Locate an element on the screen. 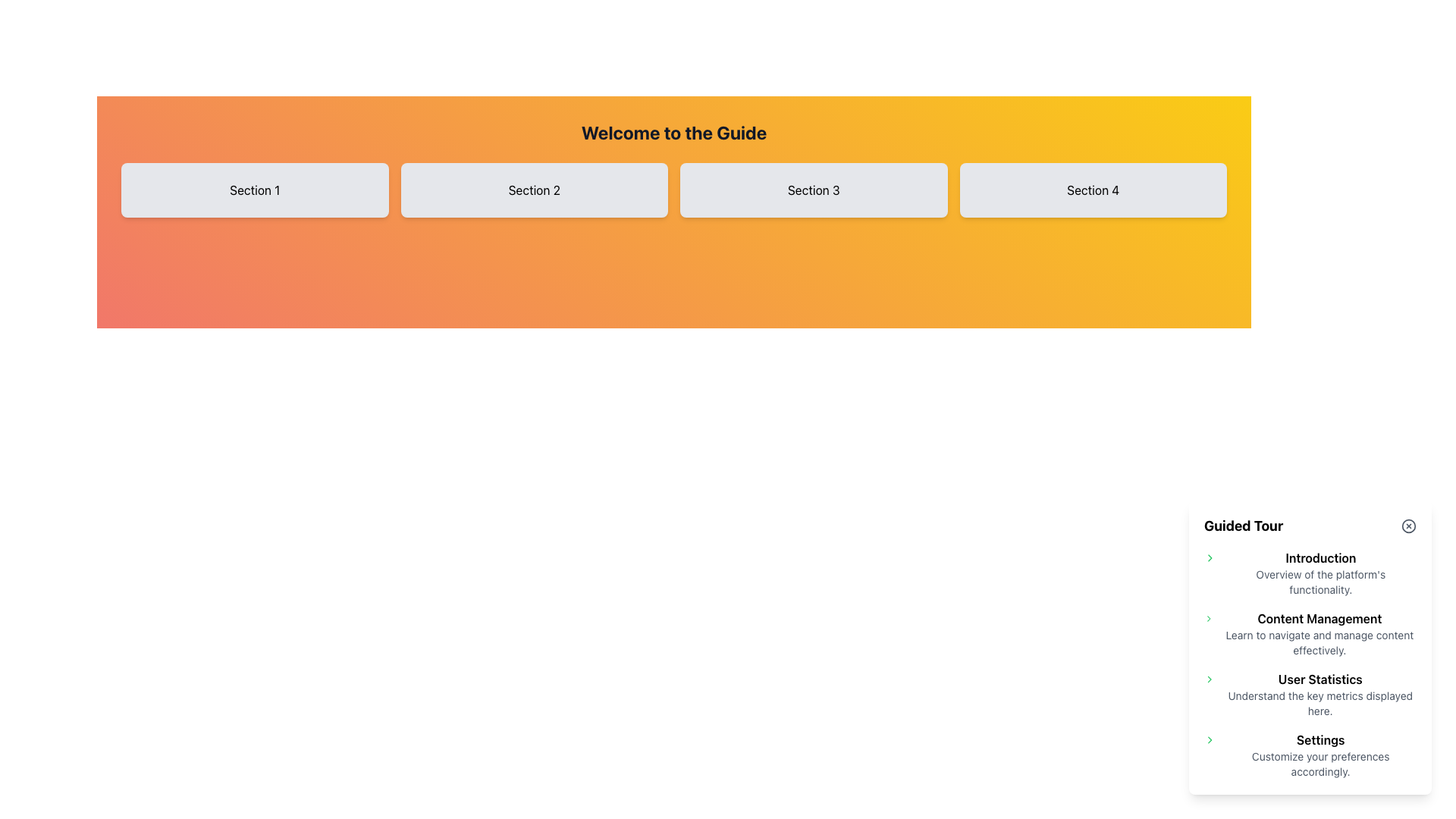 This screenshot has height=819, width=1456. the interactive button located in the fourth position of the group under the title 'Welcome to the Guide' is located at coordinates (1093, 189).